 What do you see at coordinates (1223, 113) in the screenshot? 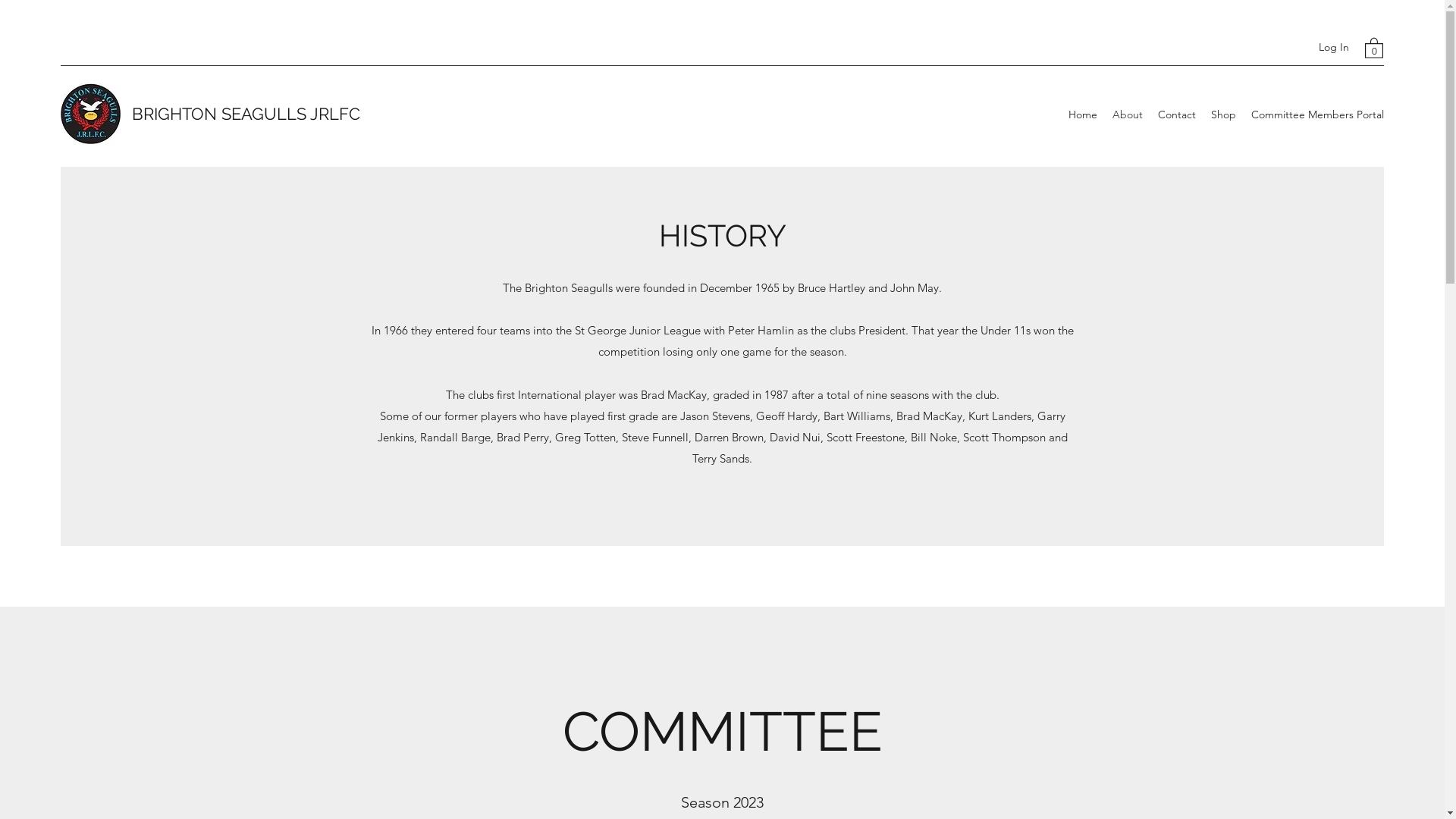
I see `'Shop'` at bounding box center [1223, 113].